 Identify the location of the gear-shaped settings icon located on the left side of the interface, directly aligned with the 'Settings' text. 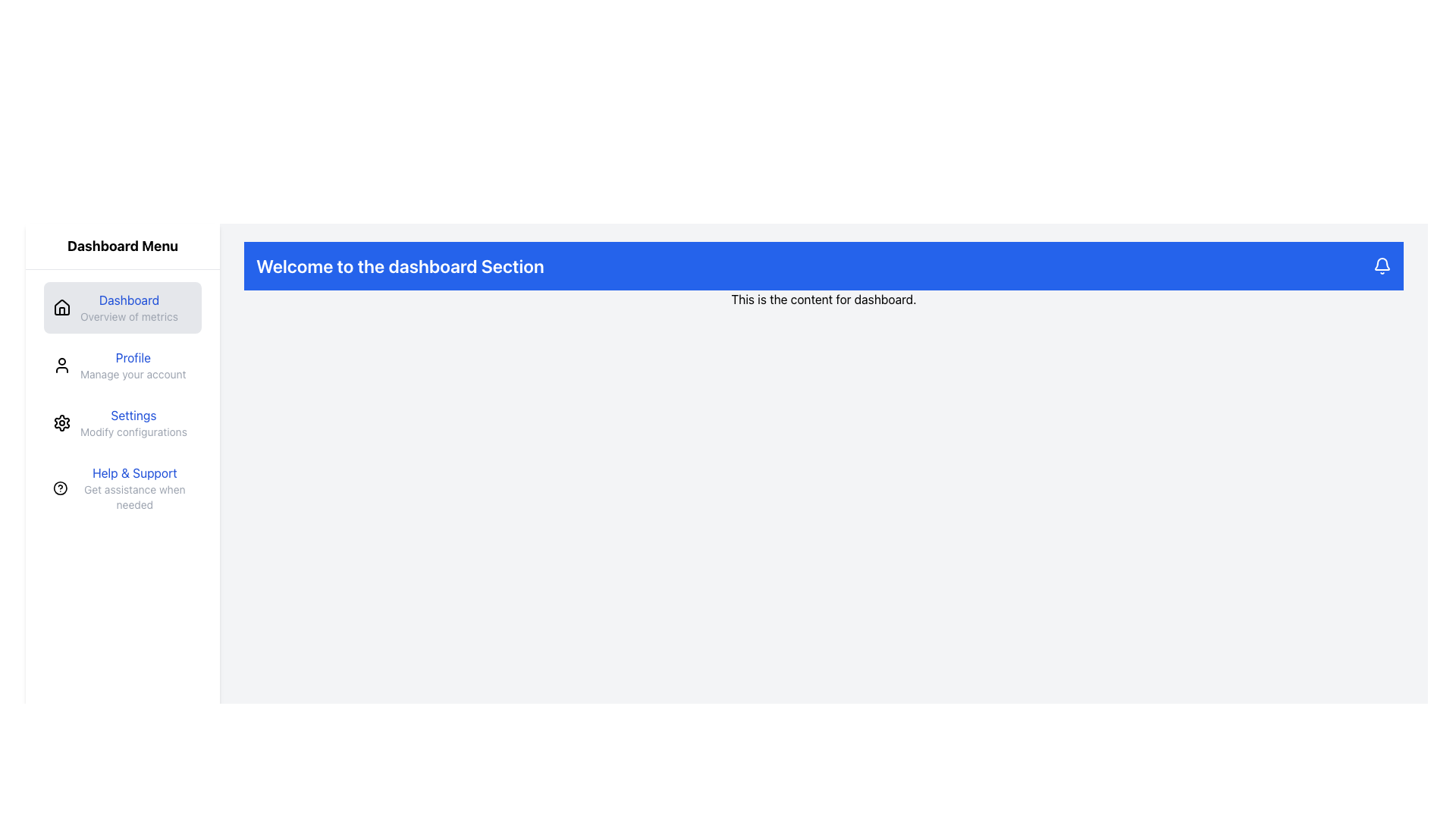
(61, 423).